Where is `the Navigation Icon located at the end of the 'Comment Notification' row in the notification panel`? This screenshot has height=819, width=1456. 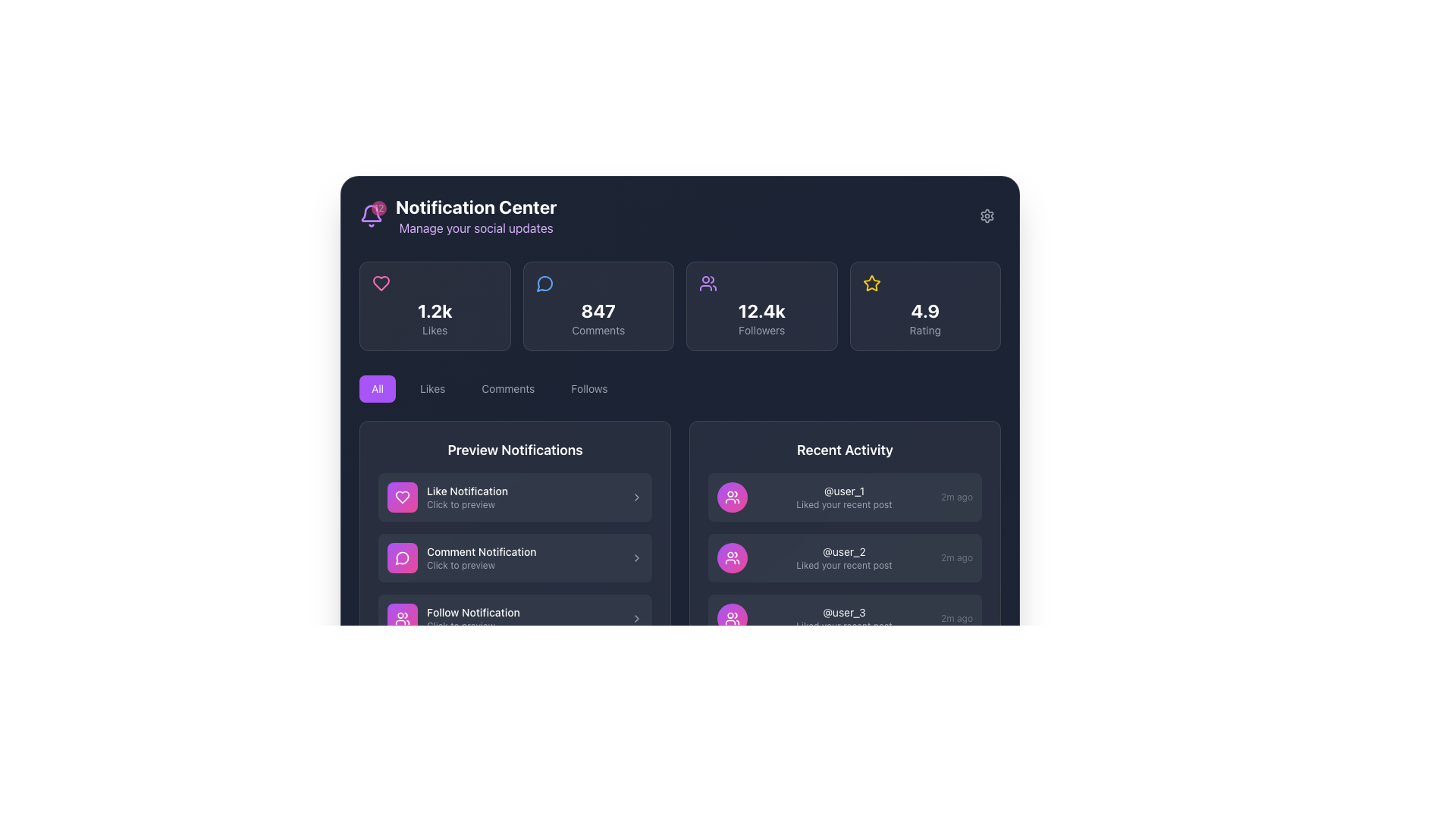 the Navigation Icon located at the end of the 'Comment Notification' row in the notification panel is located at coordinates (637, 558).